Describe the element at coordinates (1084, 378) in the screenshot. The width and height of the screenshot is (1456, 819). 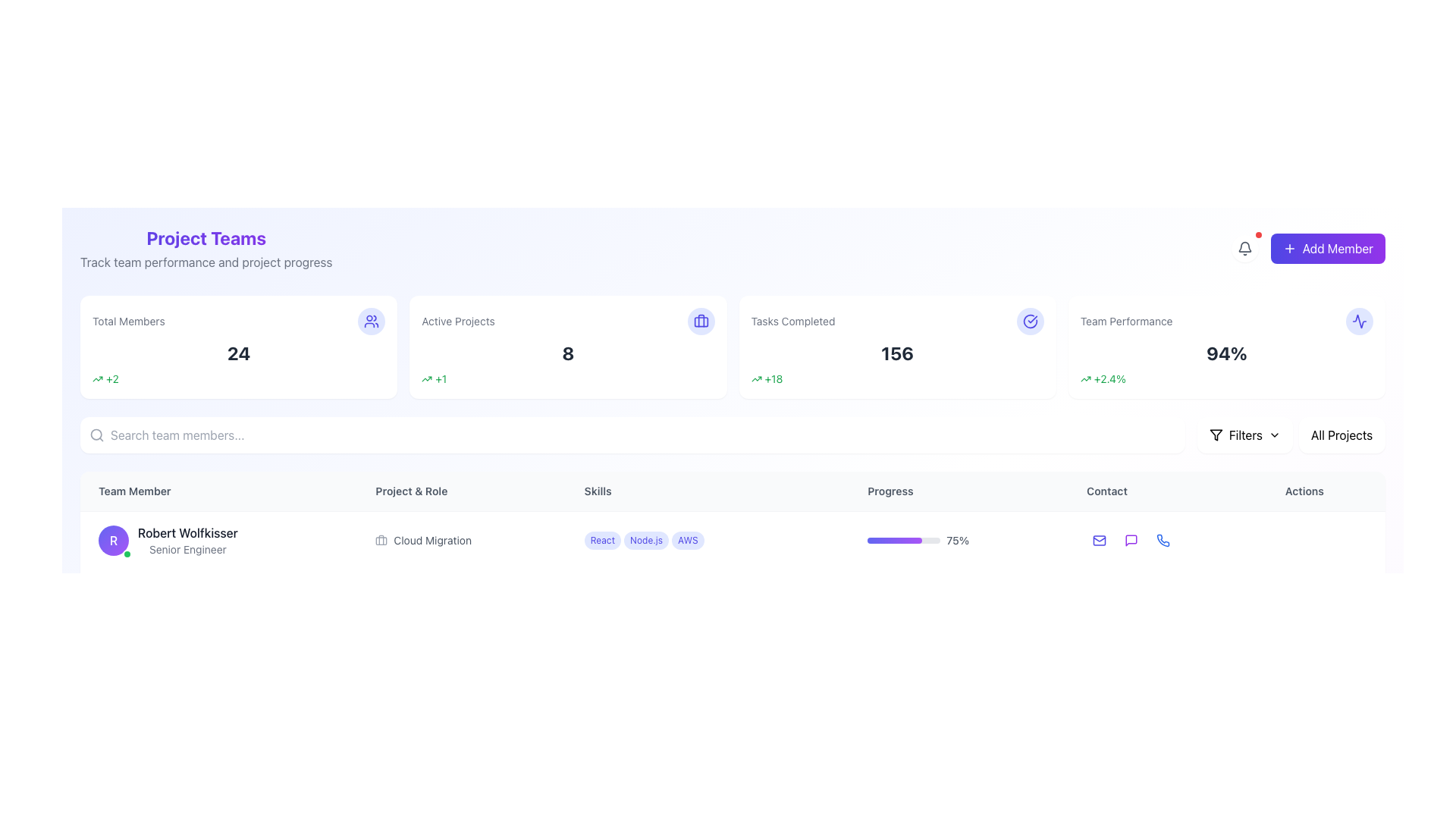
I see `the performance trend icon located in the 'Team Performance' section of the dashboard, which is positioned to the left of the '+2.4%' text` at that location.